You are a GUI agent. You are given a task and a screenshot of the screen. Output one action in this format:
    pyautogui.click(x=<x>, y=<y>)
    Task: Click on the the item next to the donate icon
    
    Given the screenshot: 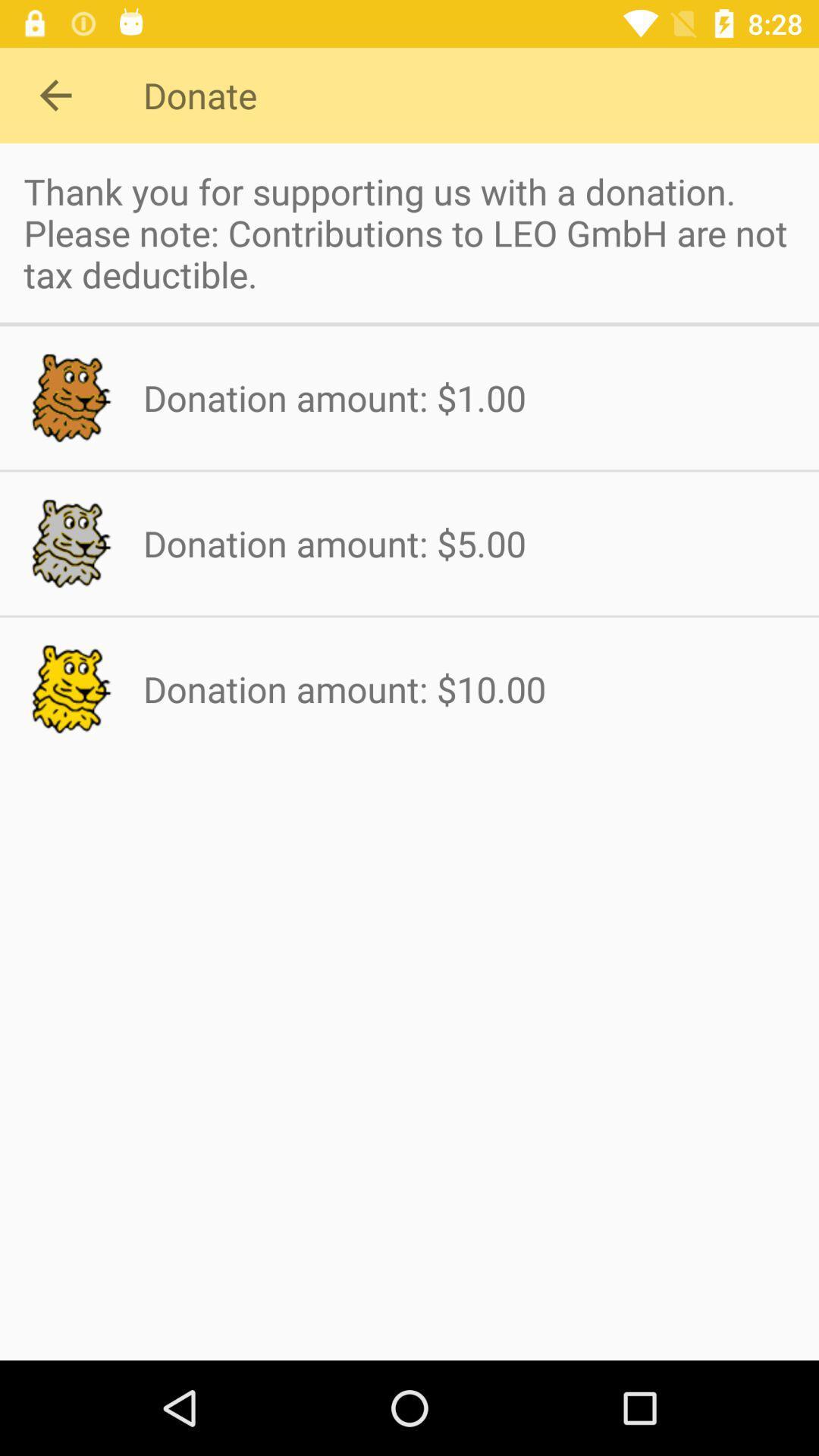 What is the action you would take?
    pyautogui.click(x=55, y=94)
    